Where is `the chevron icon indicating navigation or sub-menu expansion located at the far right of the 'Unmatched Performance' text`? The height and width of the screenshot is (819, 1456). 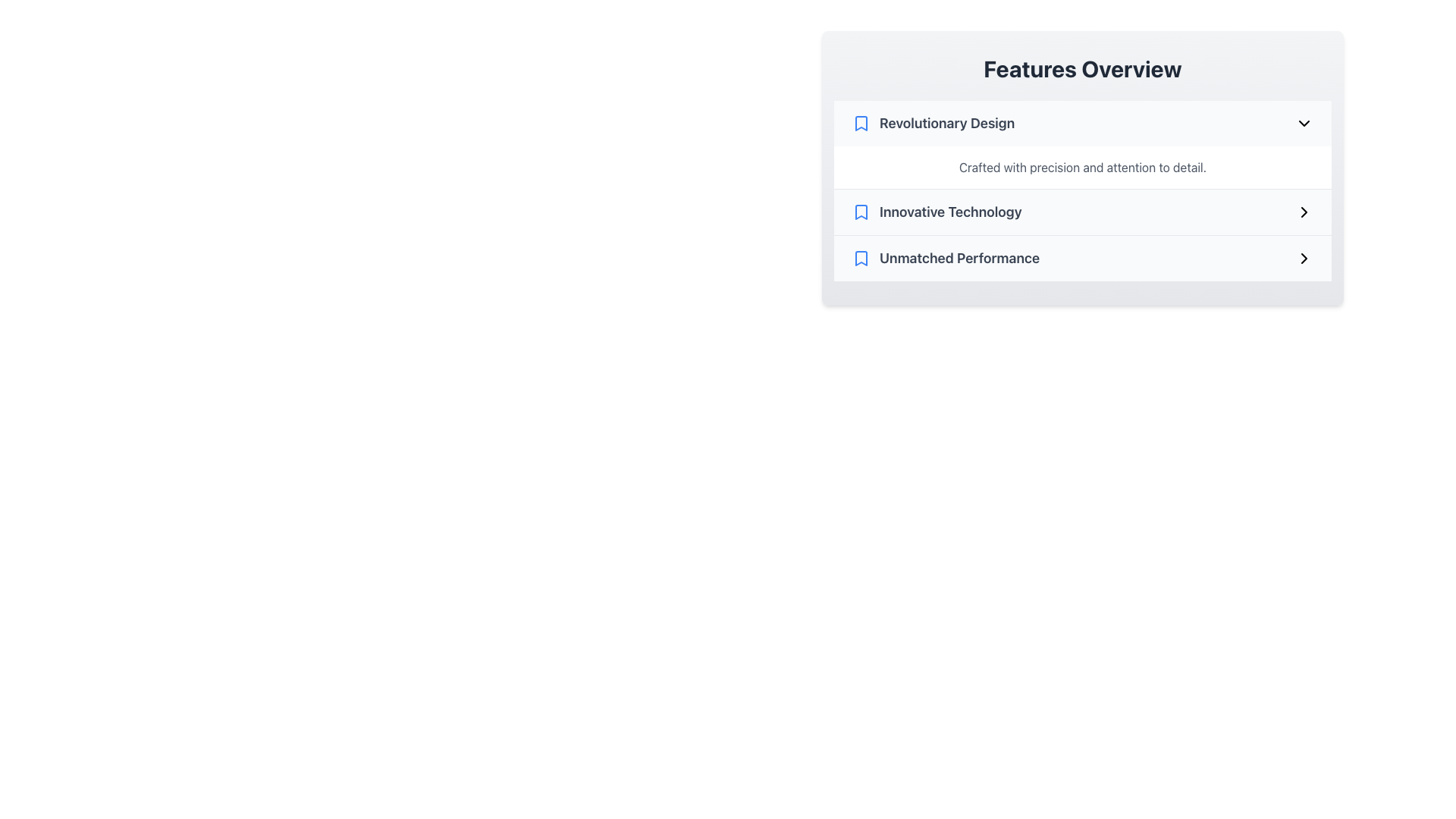
the chevron icon indicating navigation or sub-menu expansion located at the far right of the 'Unmatched Performance' text is located at coordinates (1303, 257).